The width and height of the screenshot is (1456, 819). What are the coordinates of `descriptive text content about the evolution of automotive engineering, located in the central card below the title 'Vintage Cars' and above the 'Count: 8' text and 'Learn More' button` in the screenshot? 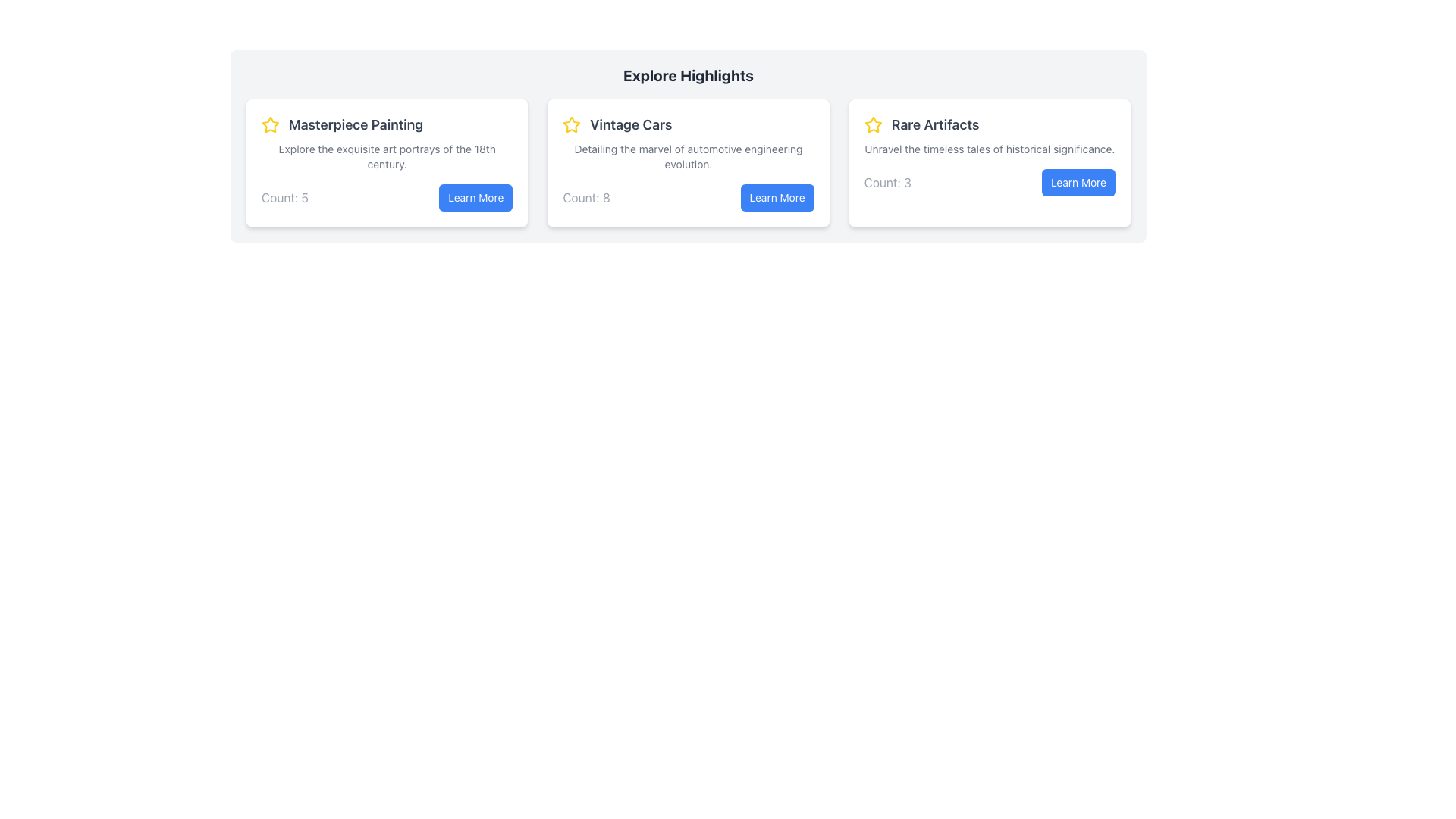 It's located at (687, 157).